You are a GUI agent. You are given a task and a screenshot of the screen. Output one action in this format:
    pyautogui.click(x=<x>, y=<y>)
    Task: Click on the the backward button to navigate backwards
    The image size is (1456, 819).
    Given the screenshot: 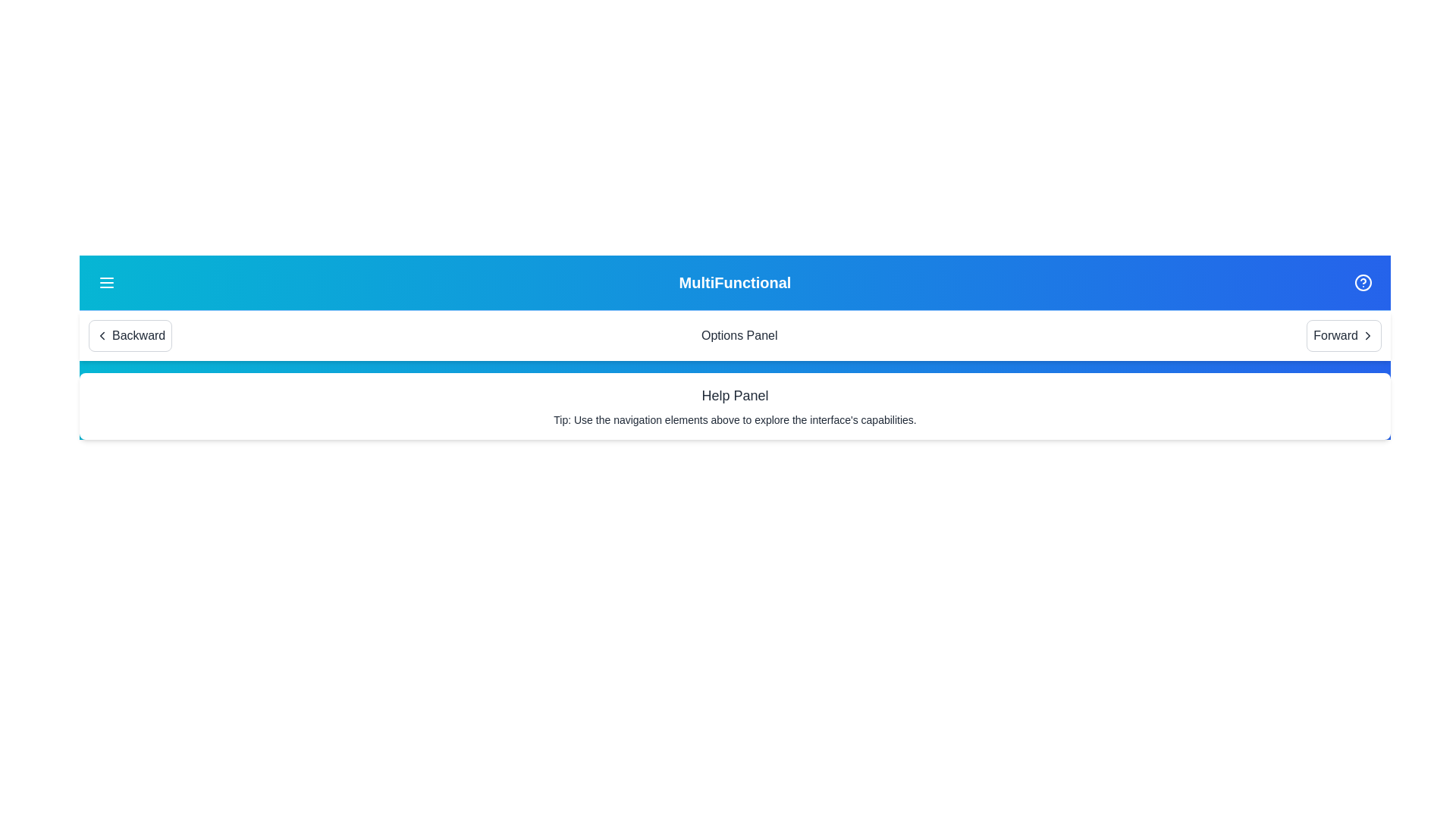 What is the action you would take?
    pyautogui.click(x=130, y=335)
    